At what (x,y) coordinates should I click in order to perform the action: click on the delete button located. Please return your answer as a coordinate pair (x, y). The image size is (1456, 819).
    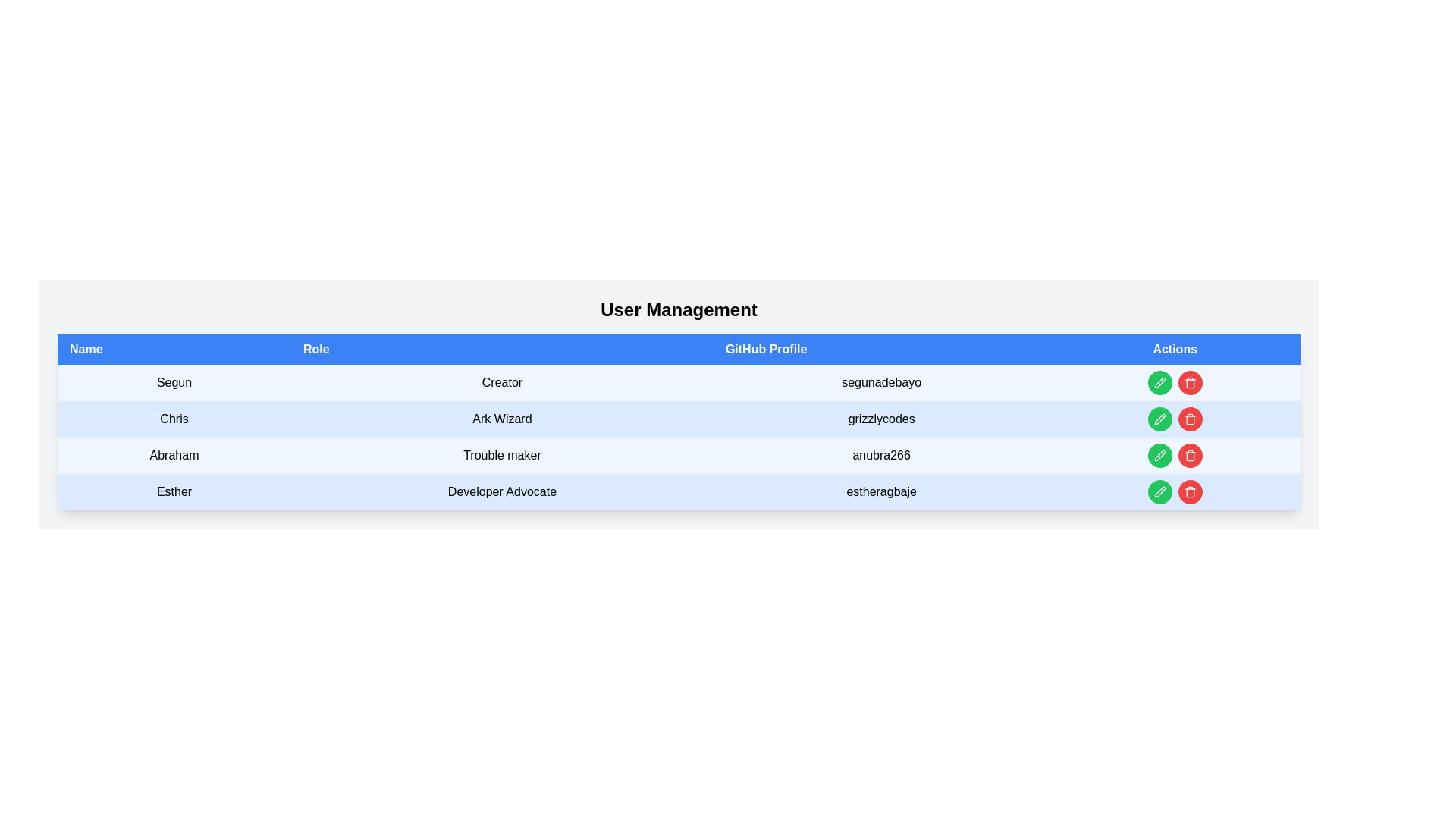
    Looking at the image, I should click on (1189, 491).